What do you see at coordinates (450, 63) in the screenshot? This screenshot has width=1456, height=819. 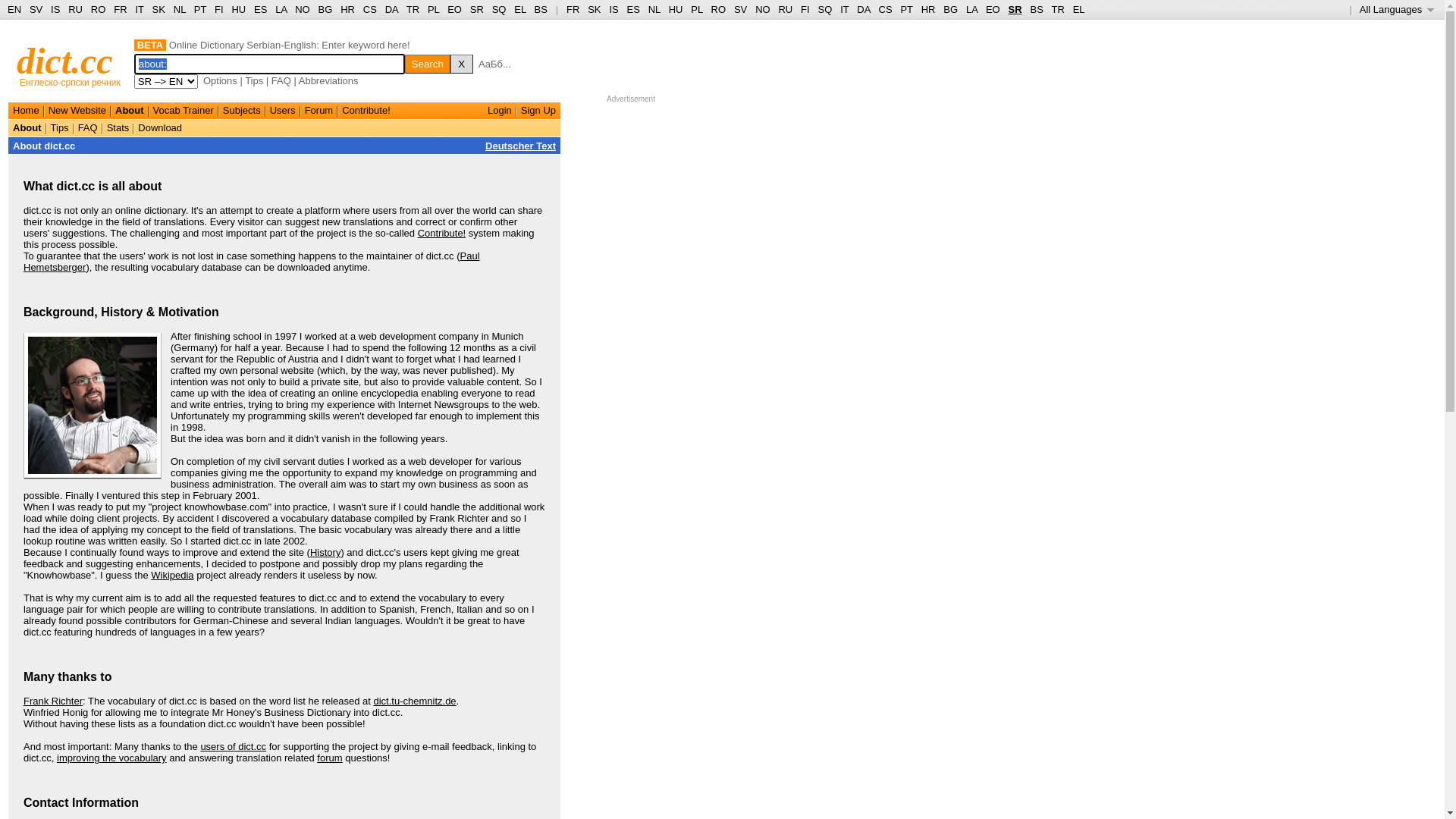 I see `'X'` at bounding box center [450, 63].